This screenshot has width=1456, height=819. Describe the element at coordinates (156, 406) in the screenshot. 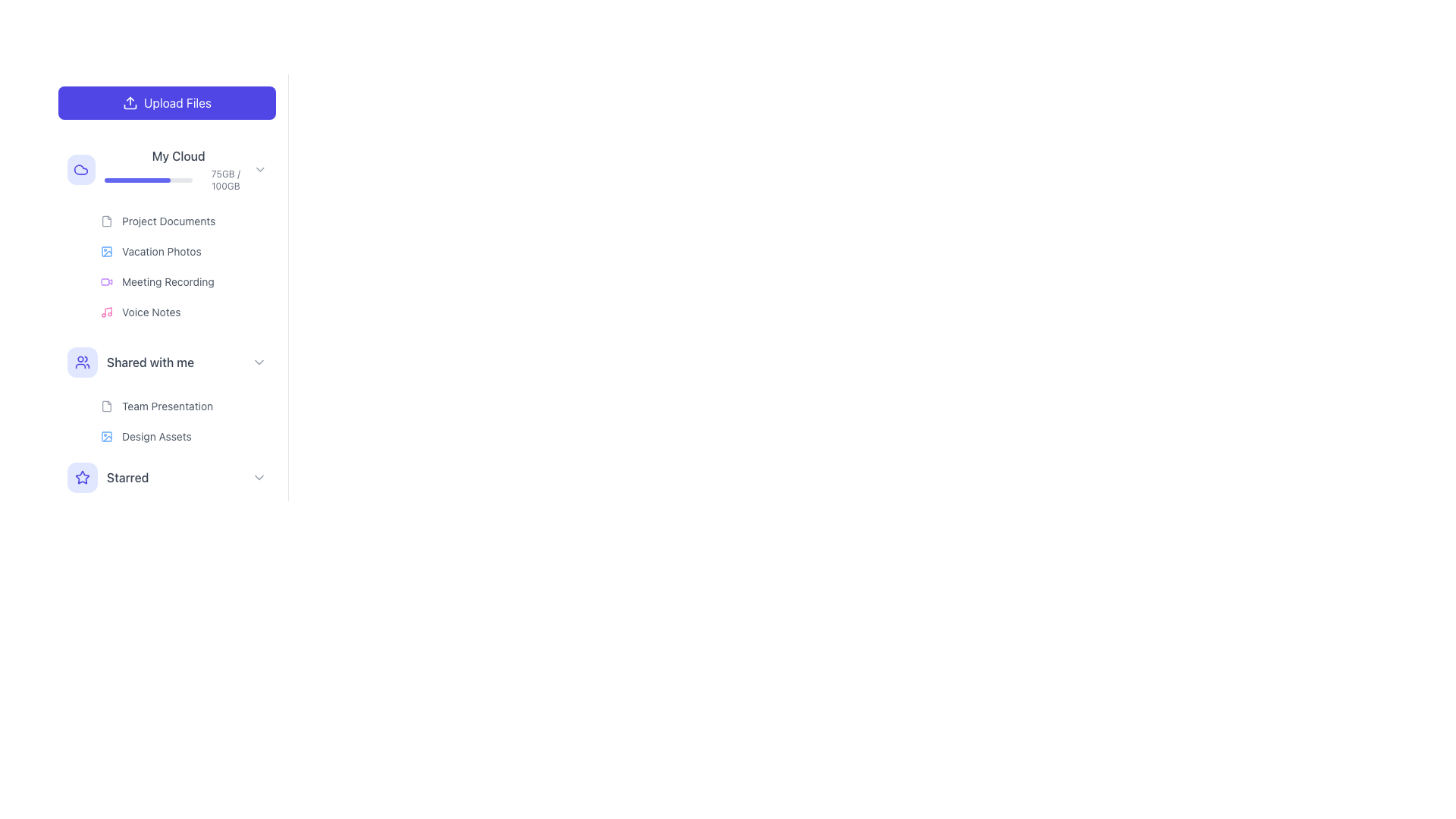

I see `the list item for the shared document named 'Team Presentation' located` at that location.